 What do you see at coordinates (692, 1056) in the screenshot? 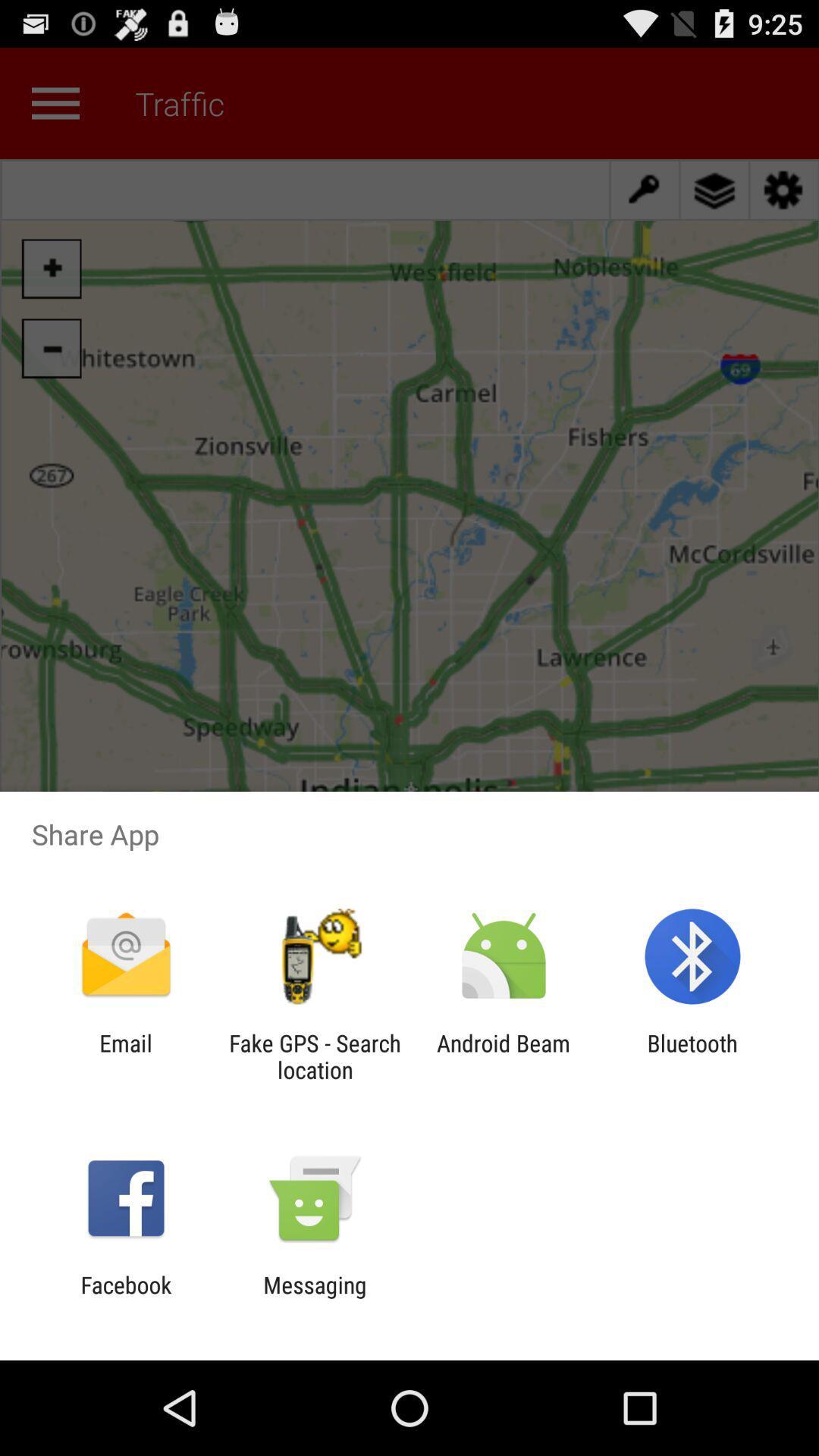
I see `bluetooth item` at bounding box center [692, 1056].